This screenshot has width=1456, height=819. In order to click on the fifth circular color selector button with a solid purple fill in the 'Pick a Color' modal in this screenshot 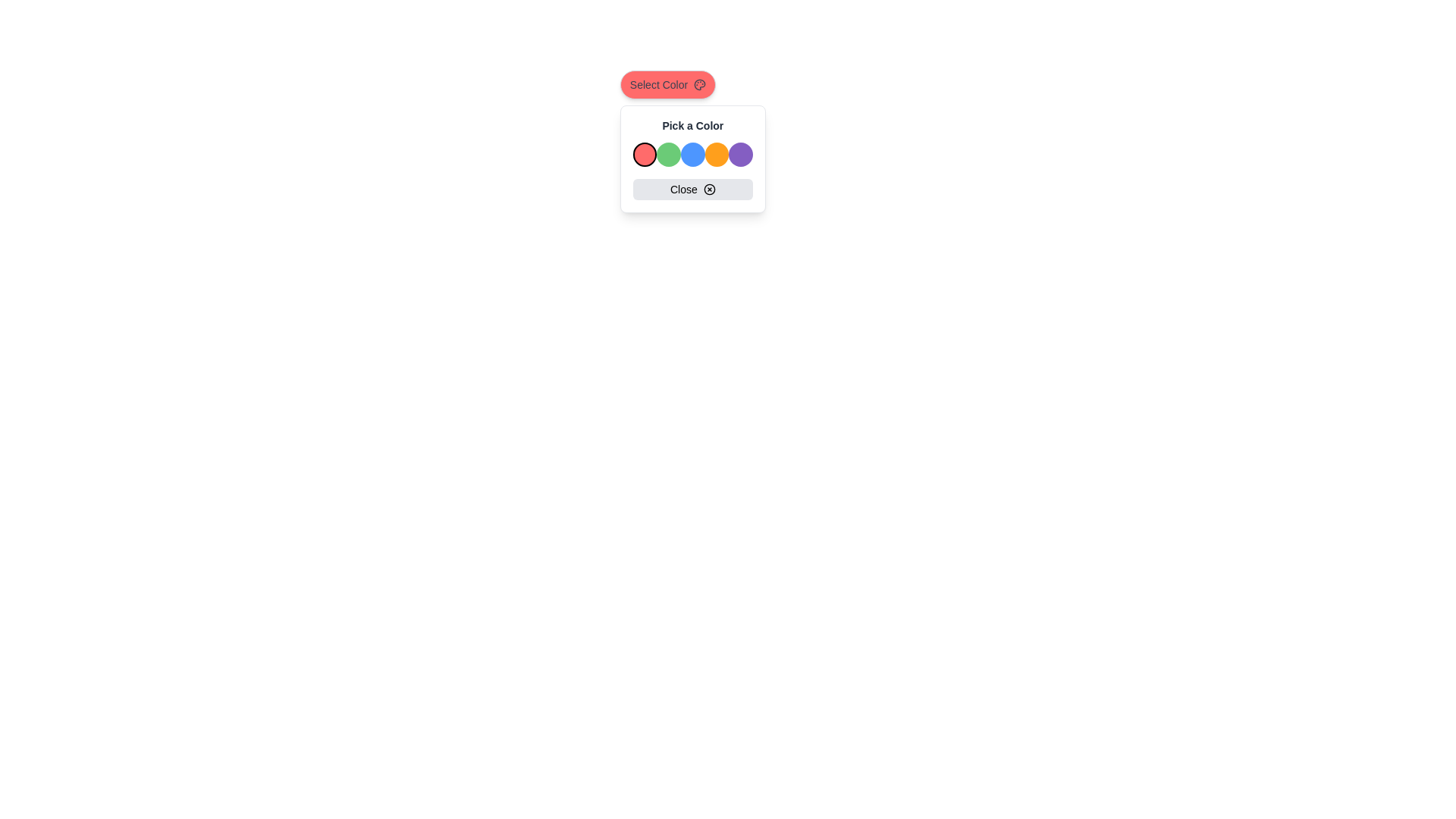, I will do `click(741, 155)`.